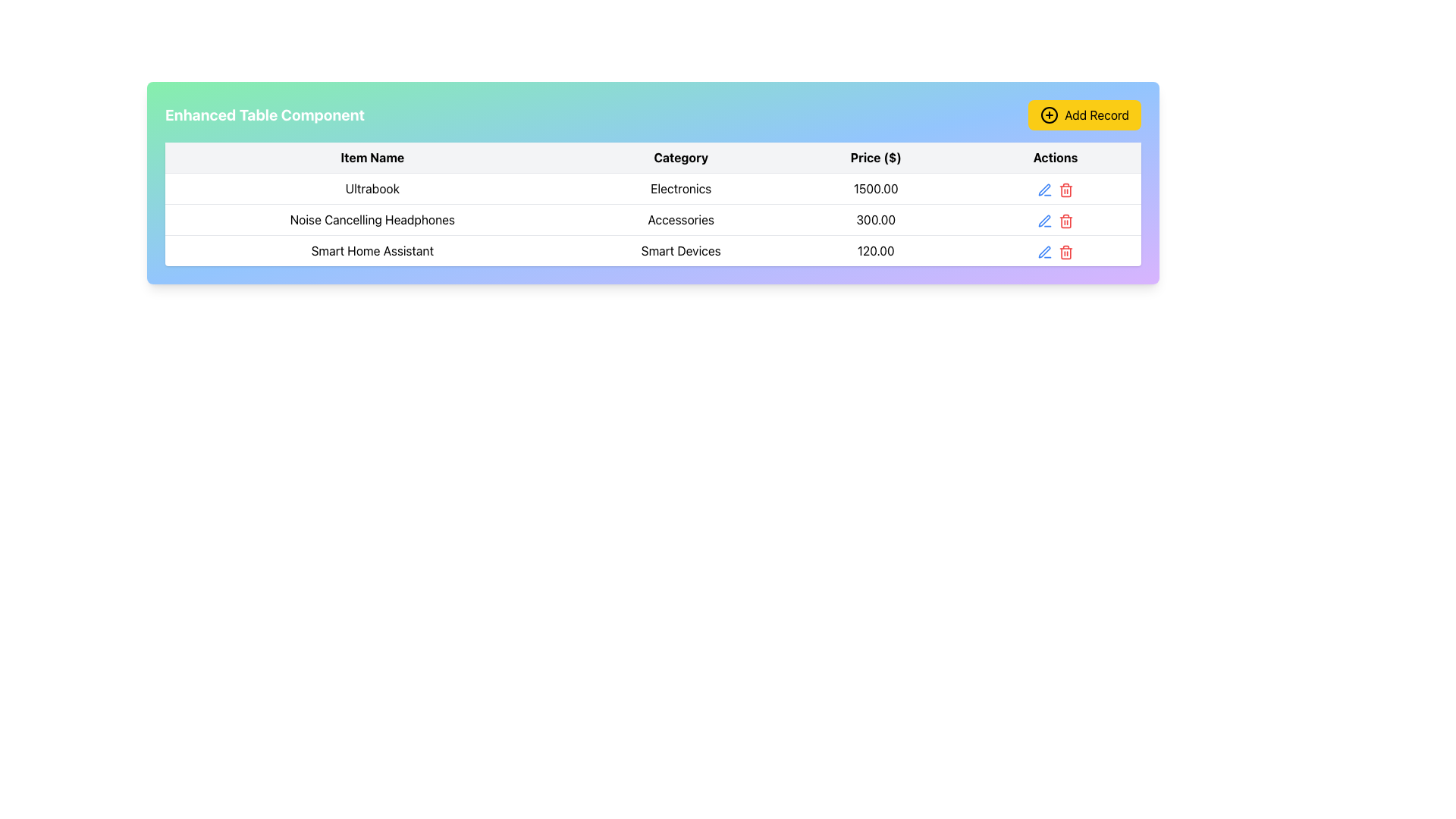 This screenshot has width=1456, height=819. I want to click on the static text label 'Smart Home Assistant' located in the third row of the table under the 'Item Name' column, so click(372, 249).